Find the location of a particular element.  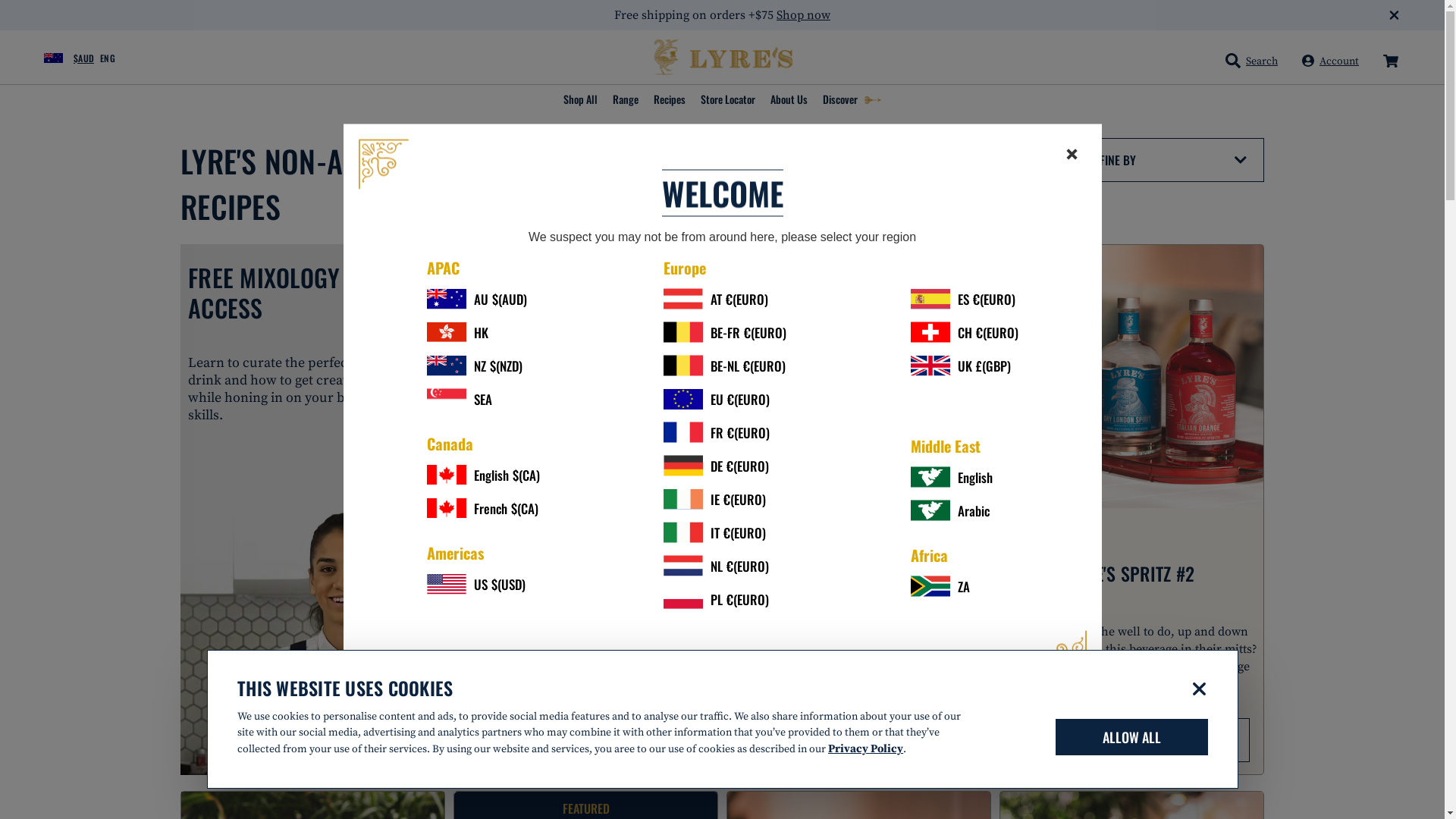

'VIEW RECIPE' is located at coordinates (858, 739).